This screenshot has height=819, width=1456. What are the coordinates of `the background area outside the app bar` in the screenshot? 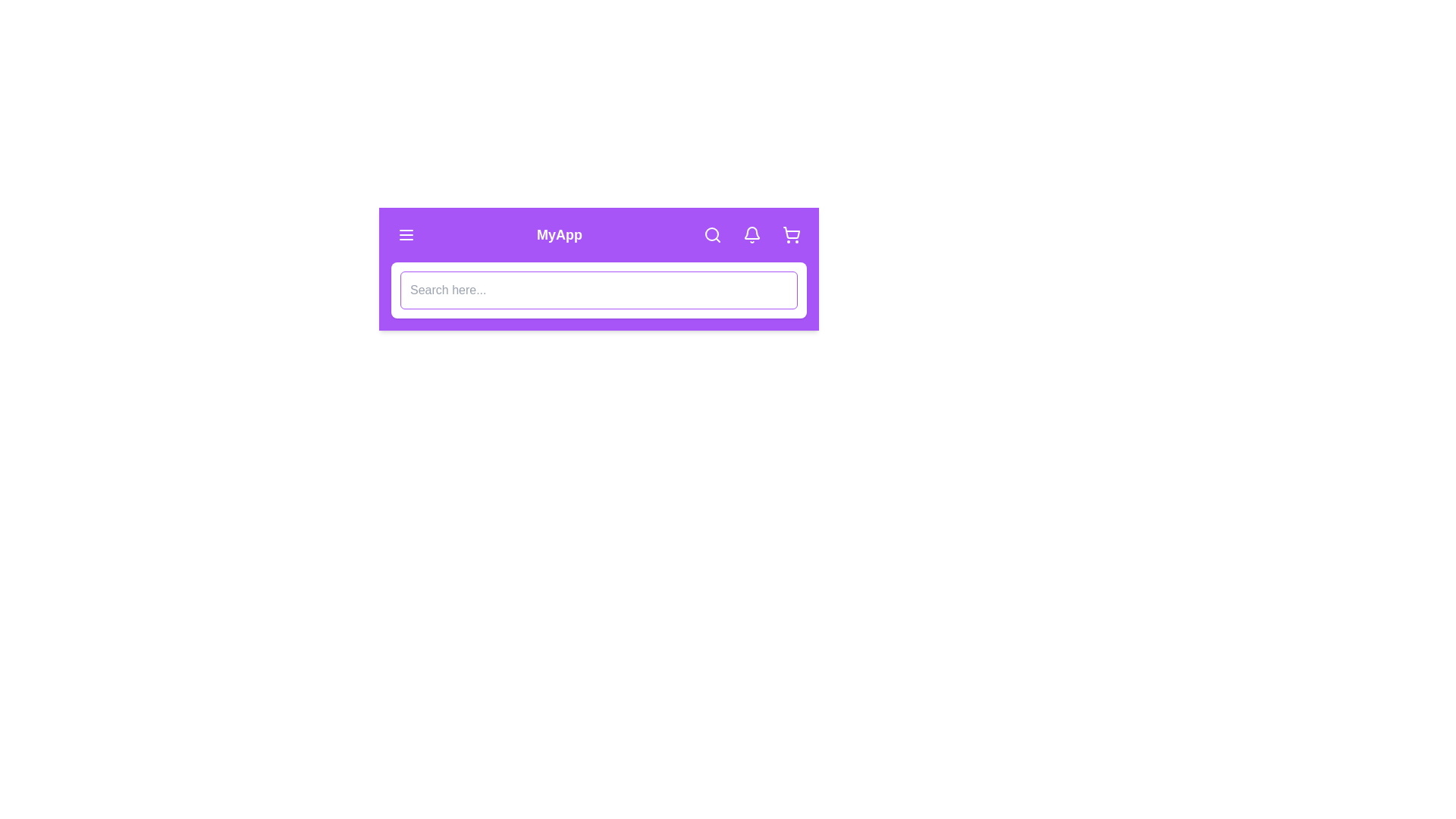 It's located at (75, 76).